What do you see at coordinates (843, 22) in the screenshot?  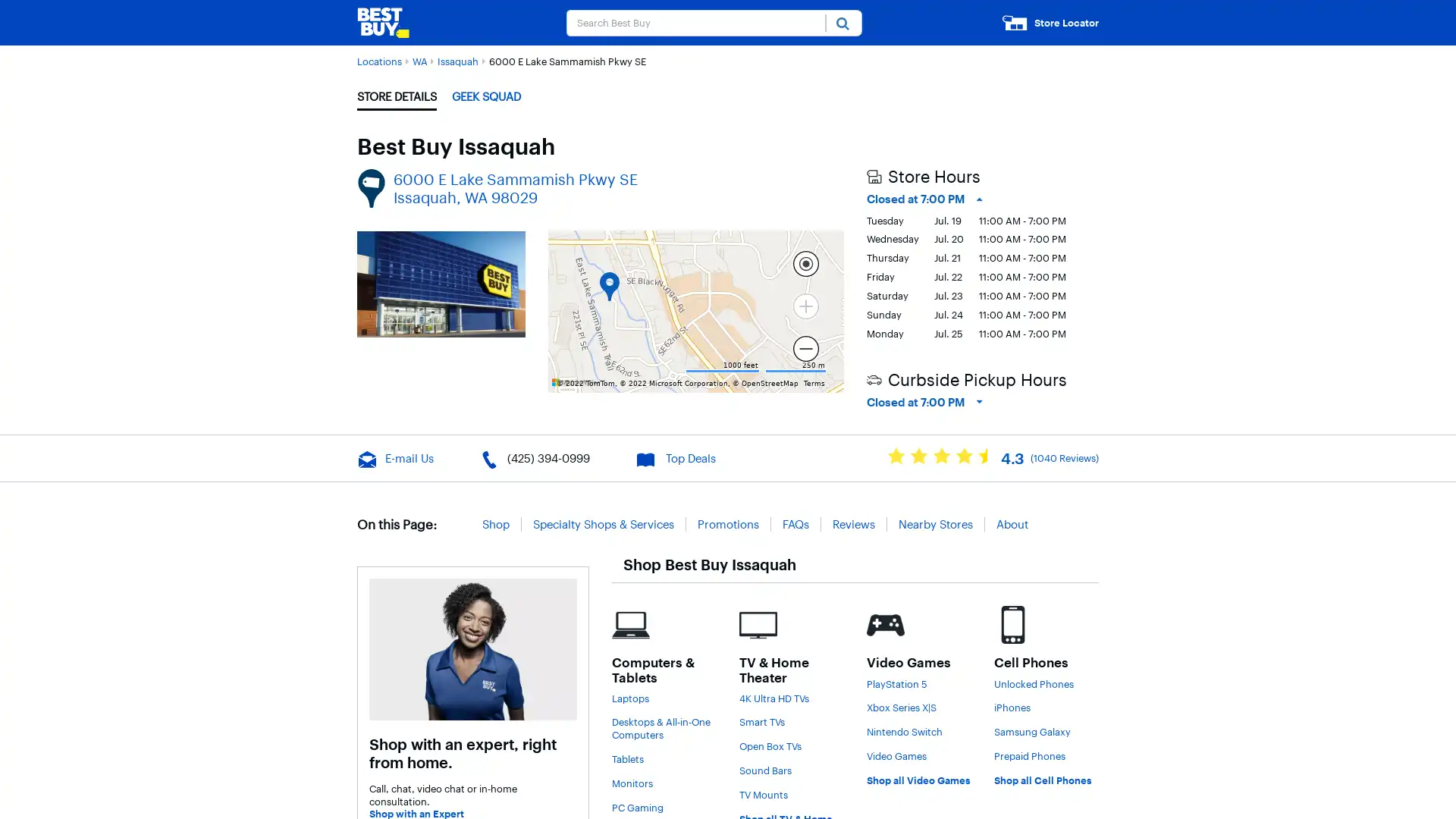 I see `Submit` at bounding box center [843, 22].